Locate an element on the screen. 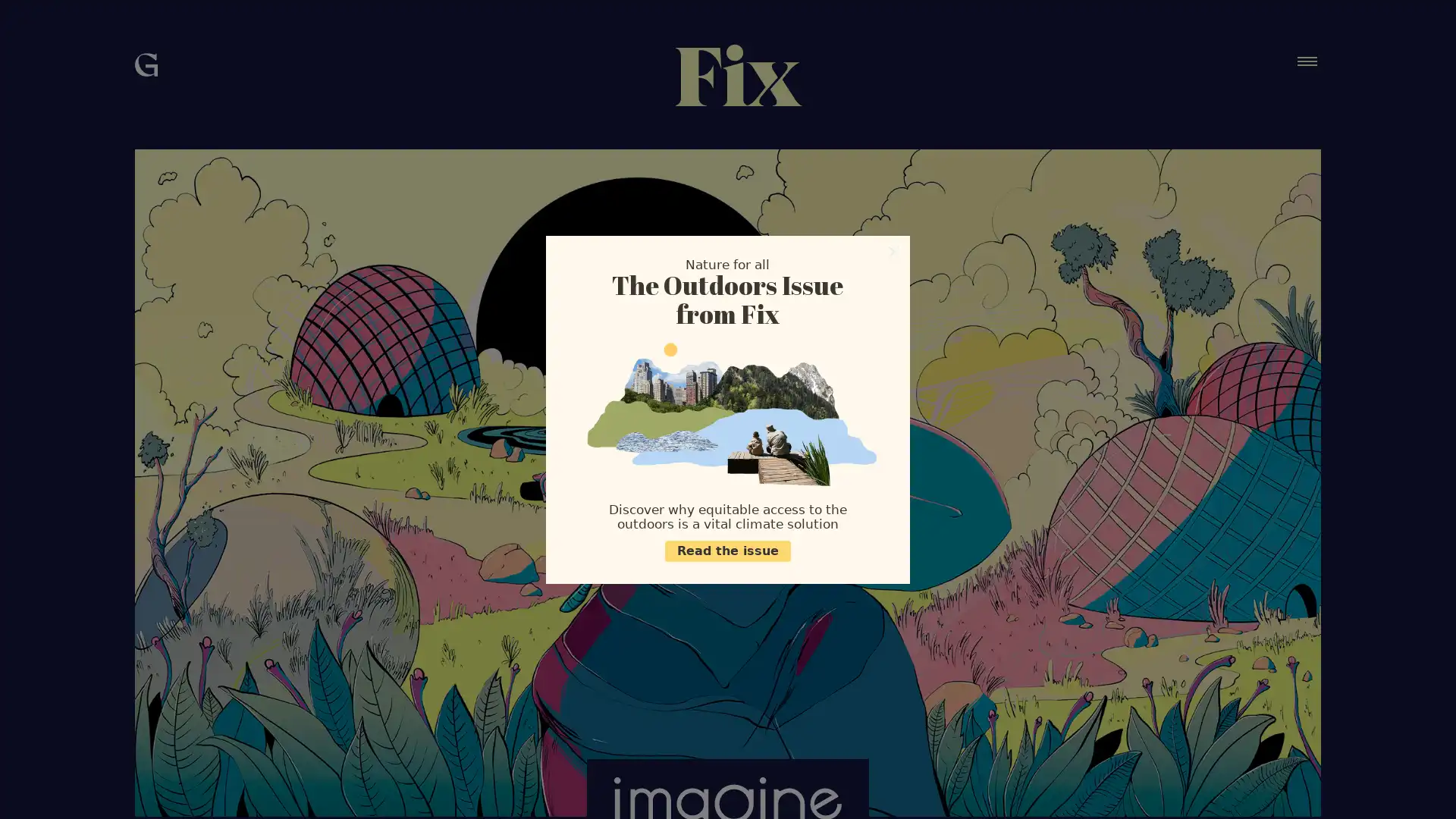  Open menu is located at coordinates (1306, 60).